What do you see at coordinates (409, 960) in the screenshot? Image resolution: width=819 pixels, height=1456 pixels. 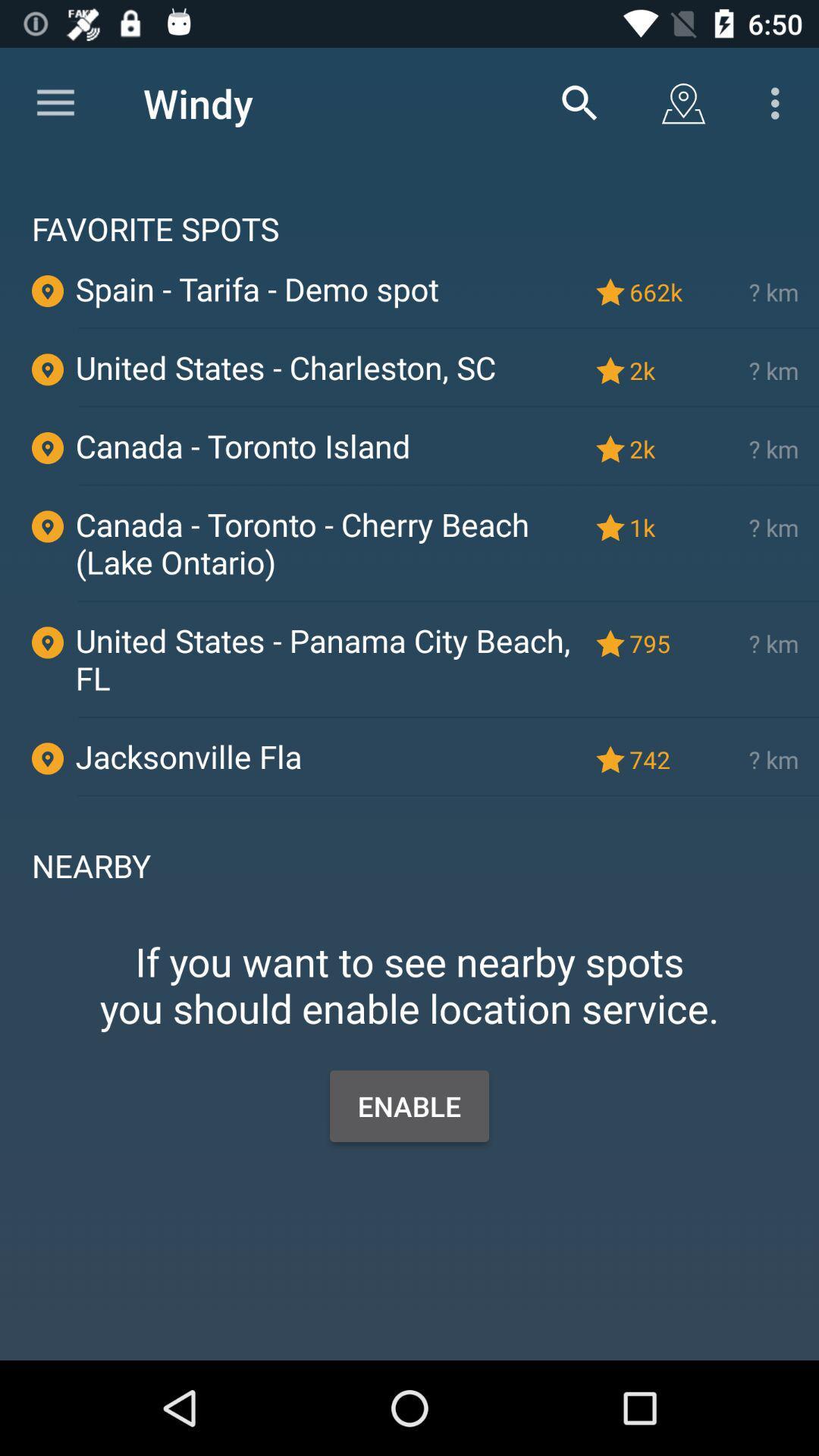 I see `if you want icon` at bounding box center [409, 960].